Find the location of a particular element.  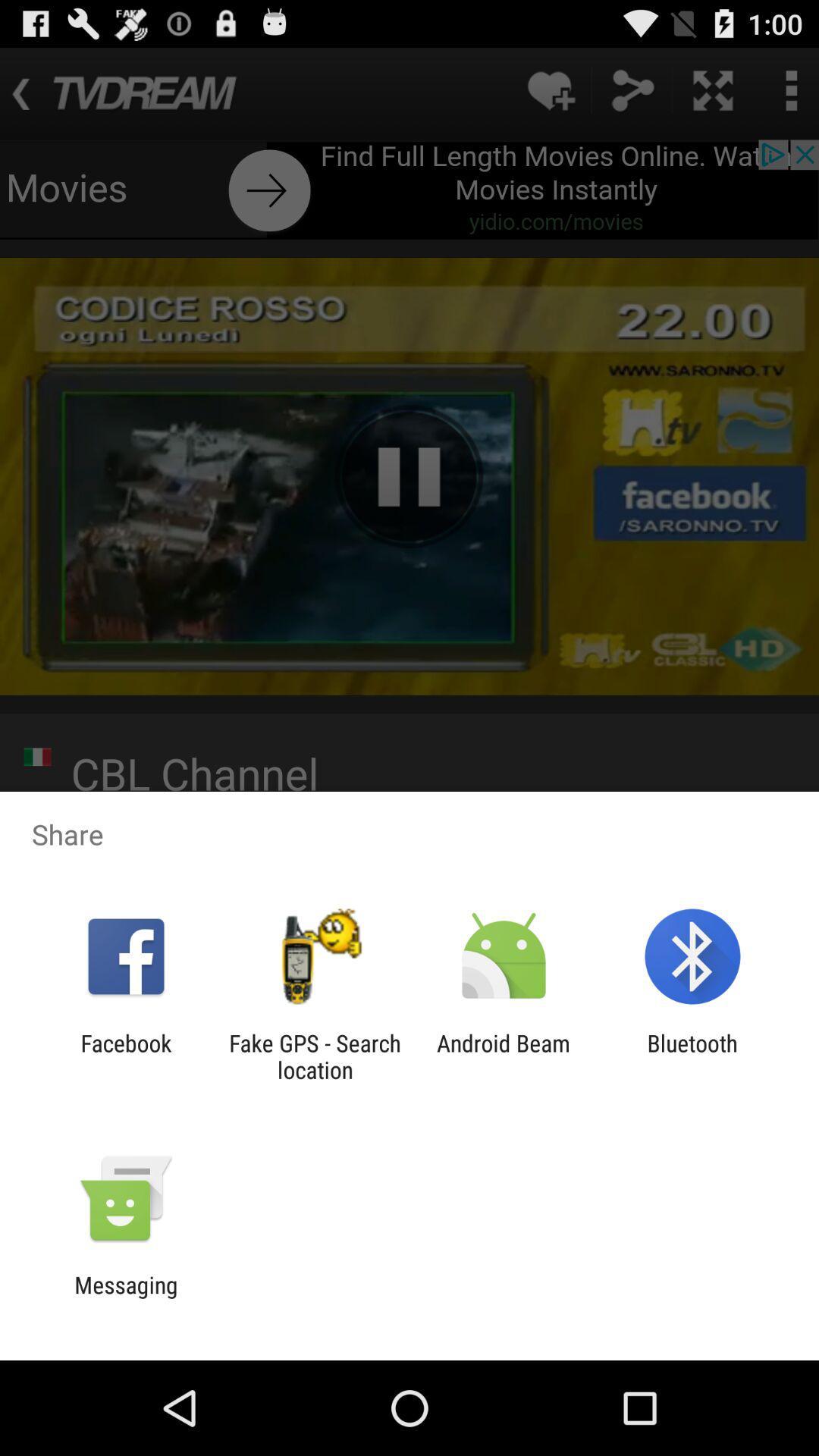

the app at the bottom right corner is located at coordinates (692, 1056).